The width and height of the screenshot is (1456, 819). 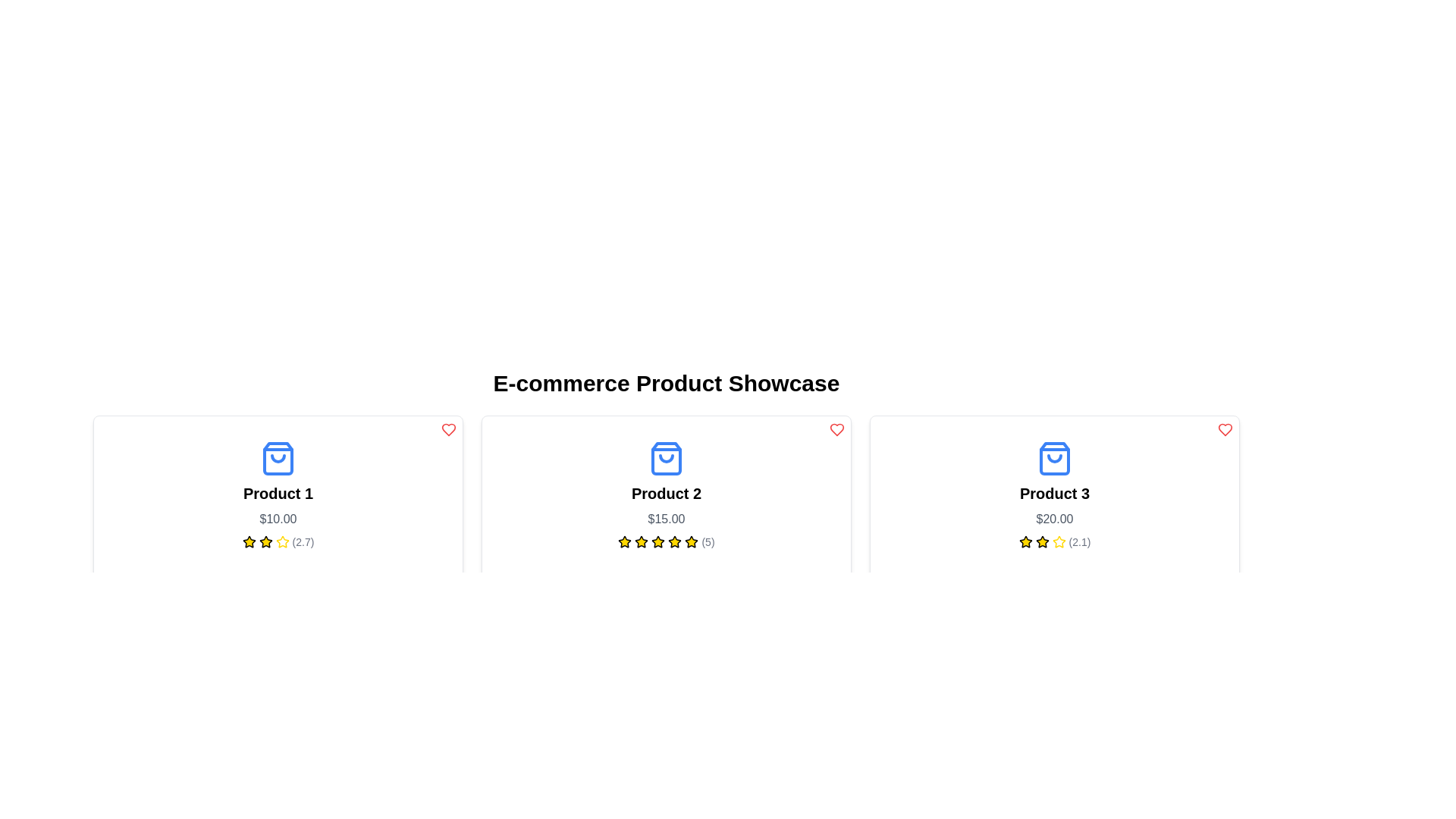 I want to click on the 'like' or 'favorite' icon button located at the top-right corner of the 'Product 3' card, so click(x=1225, y=430).